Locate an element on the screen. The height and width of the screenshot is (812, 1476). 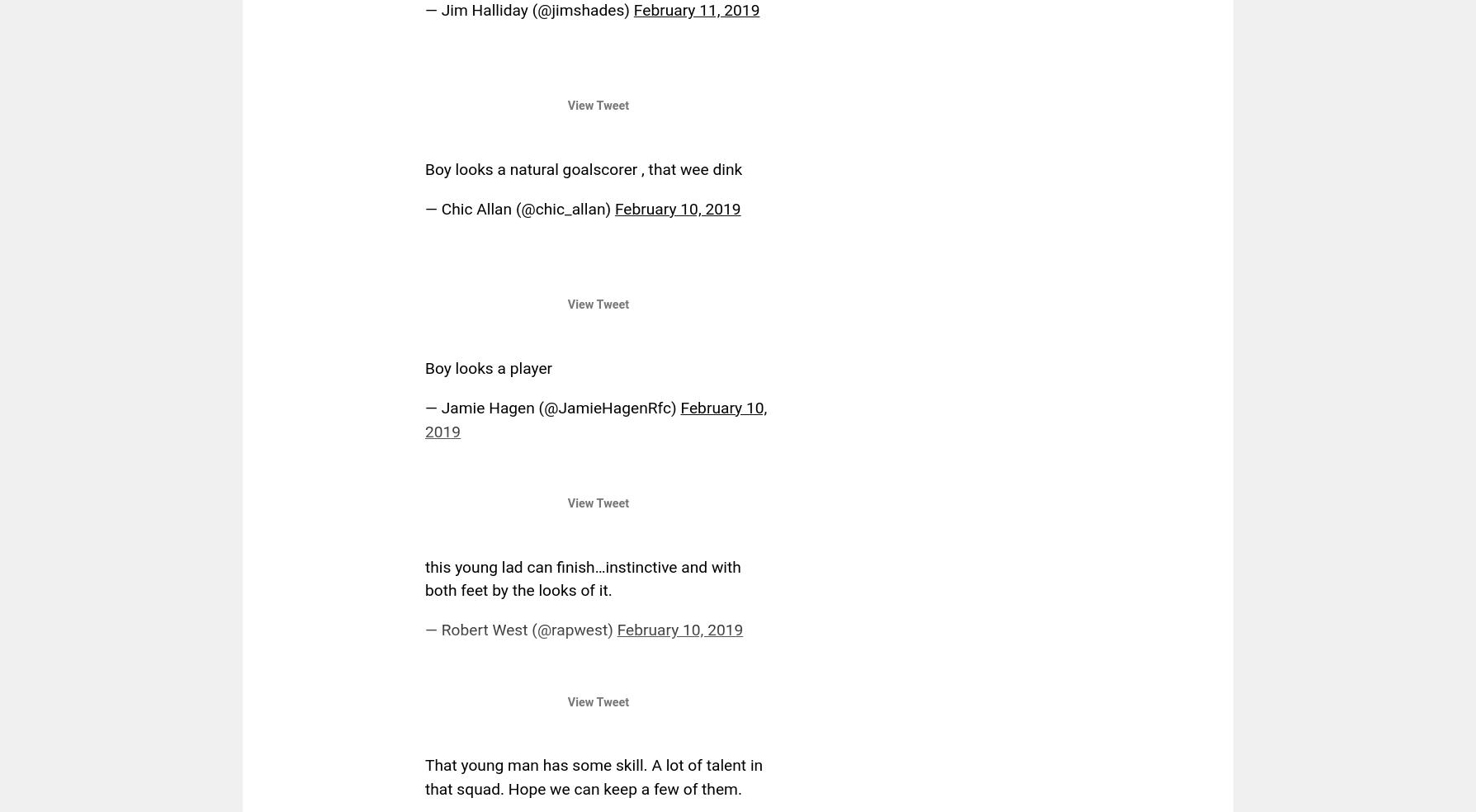
'this young lad can finish…instinctive and with both feet by the looks of it.' is located at coordinates (582, 578).